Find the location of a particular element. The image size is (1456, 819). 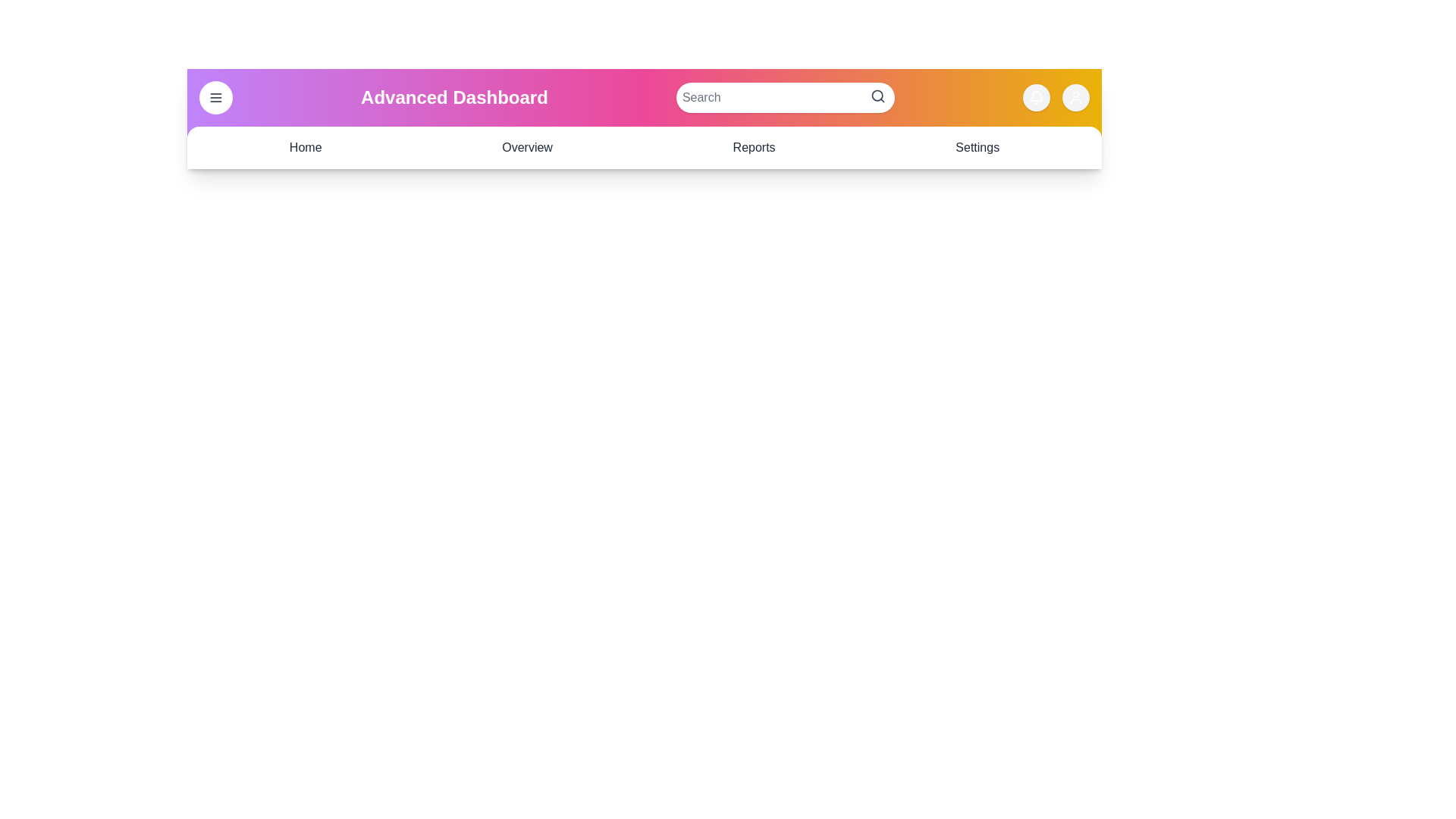

the navigation link Overview to see the hover effect is located at coordinates (527, 148).